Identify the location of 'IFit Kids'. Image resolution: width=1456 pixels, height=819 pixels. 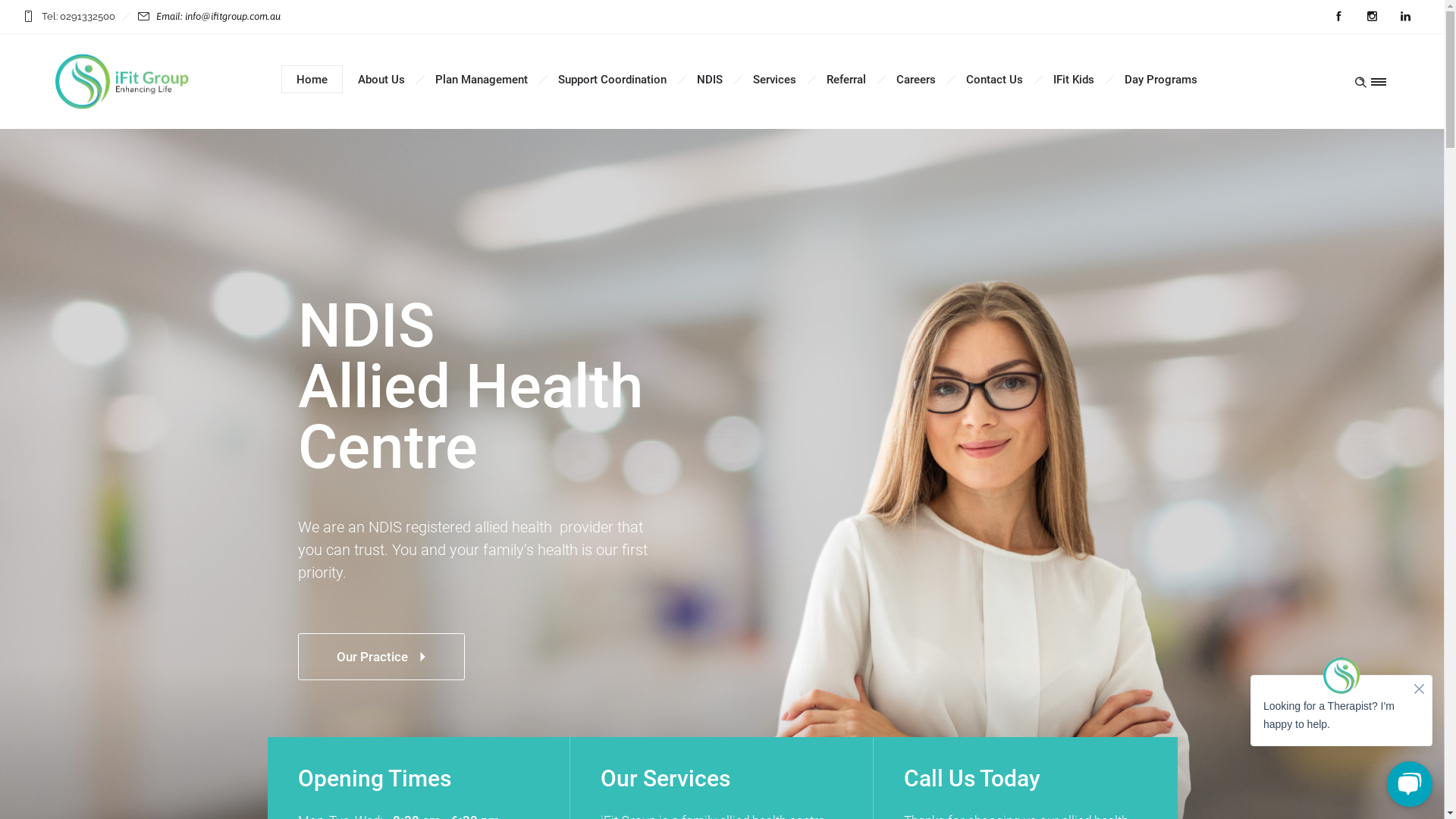
(1073, 79).